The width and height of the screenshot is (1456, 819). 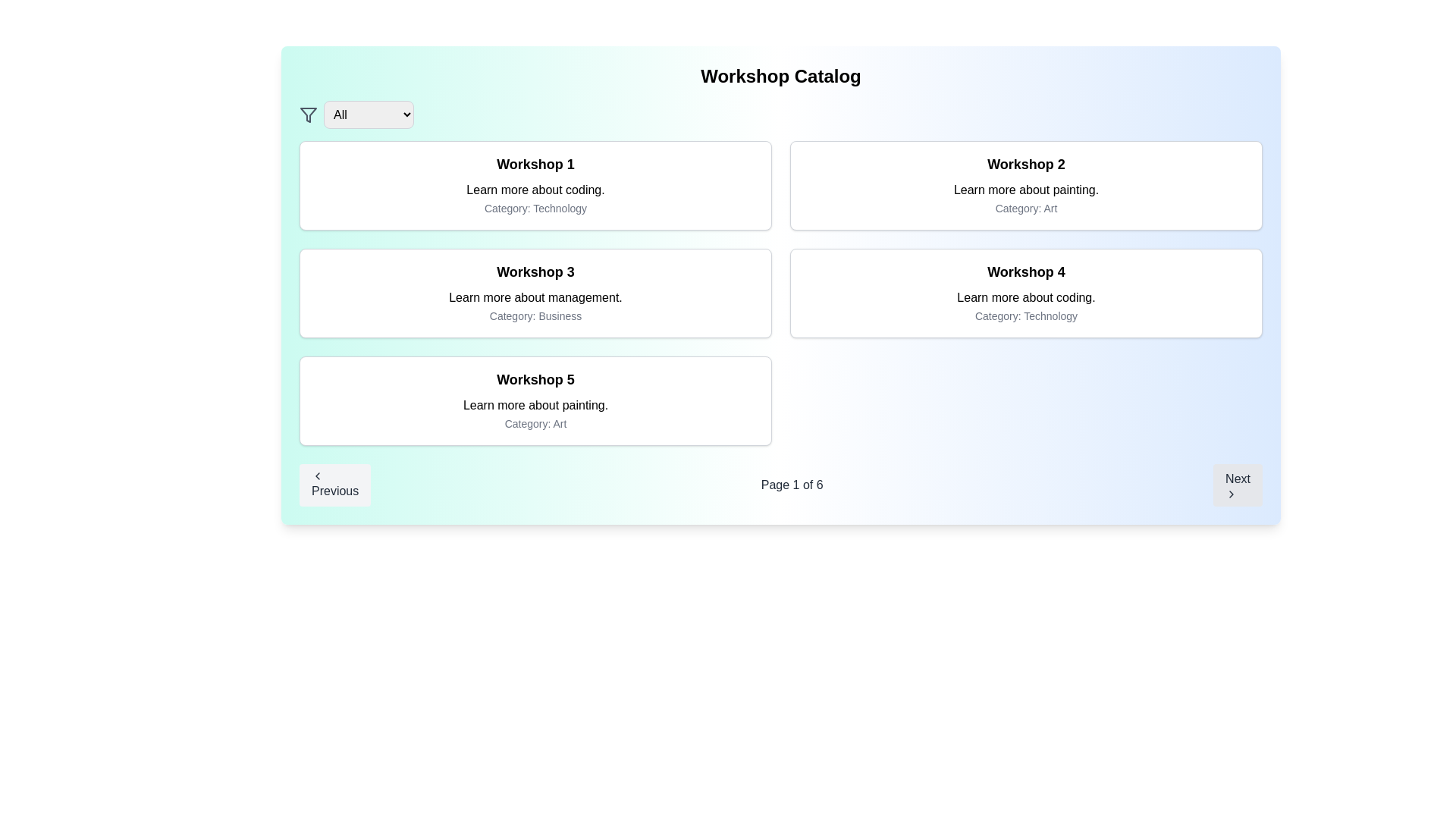 I want to click on the text label displaying 'Category: Technology' located within the fourth workshop card, positioned below 'Learn more about coding.', so click(x=1026, y=315).